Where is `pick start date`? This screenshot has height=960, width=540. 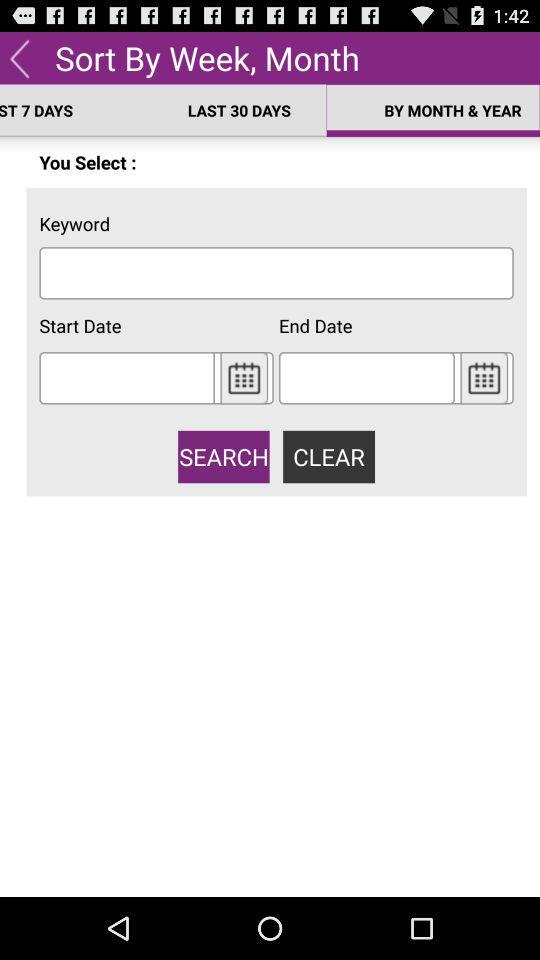 pick start date is located at coordinates (127, 376).